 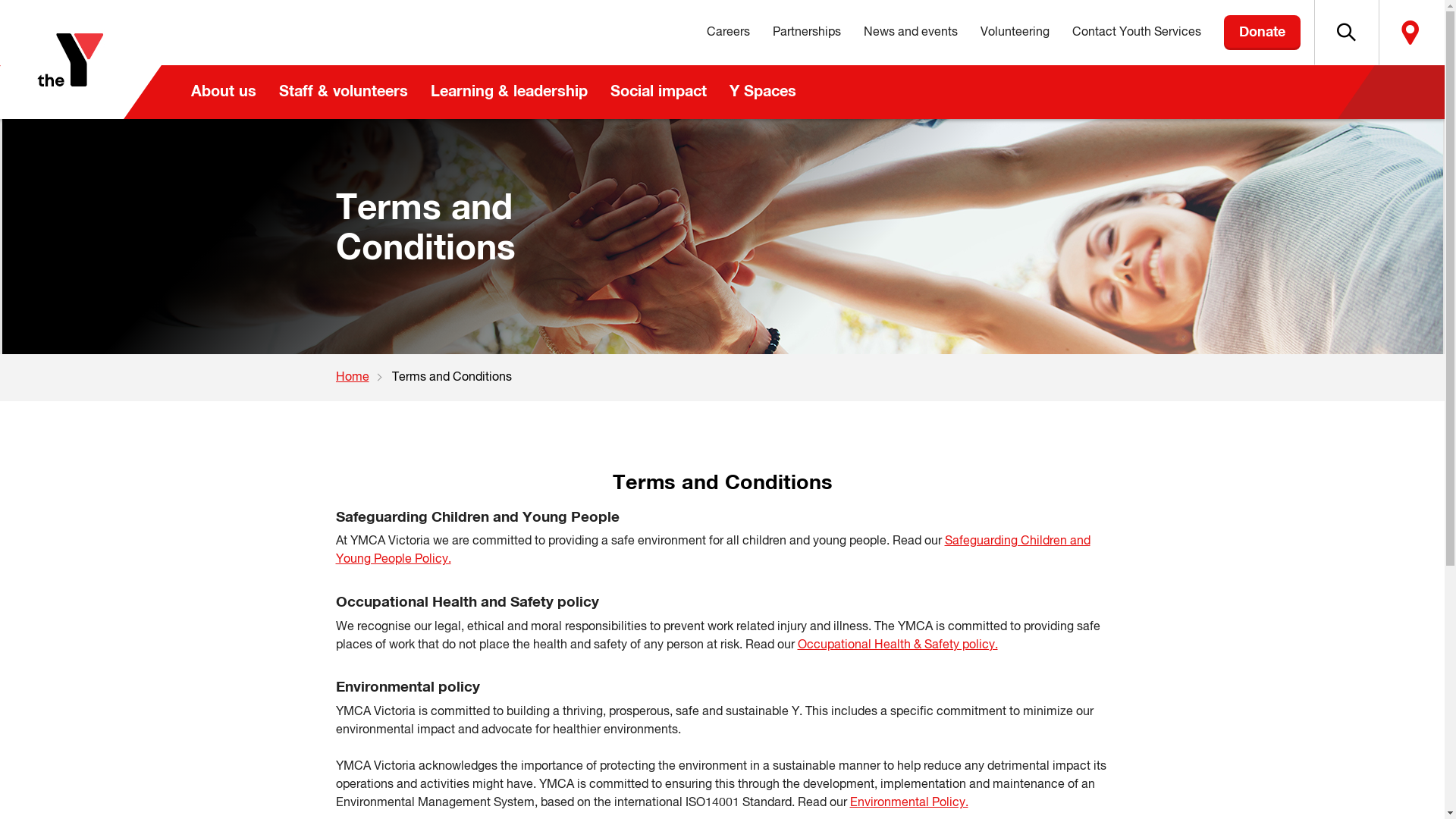 I want to click on 'Y Spaces', so click(x=761, y=92).